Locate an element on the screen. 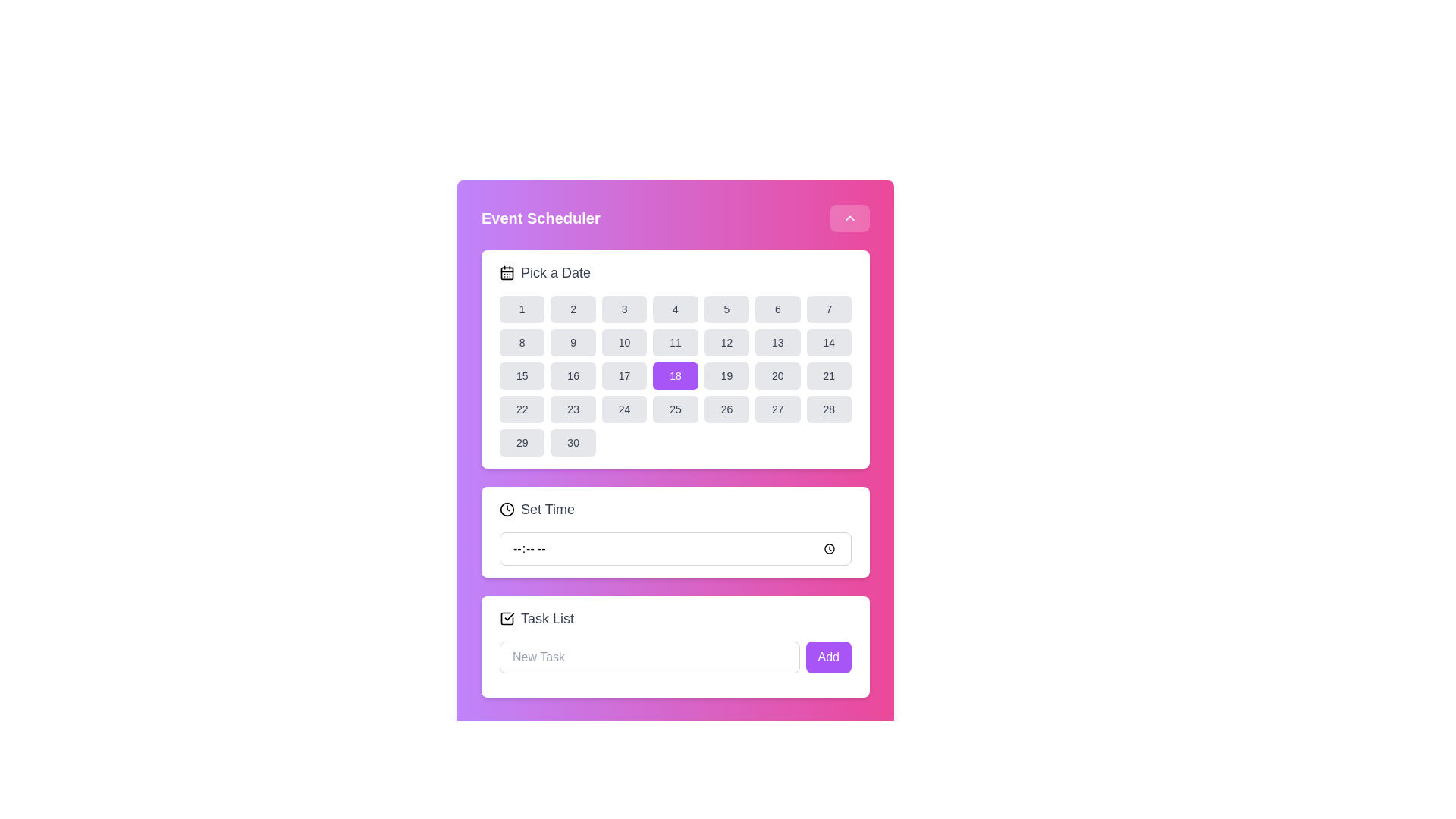 This screenshot has height=819, width=1456. the rounded rectangular button displaying '29' in dark gray is located at coordinates (522, 442).